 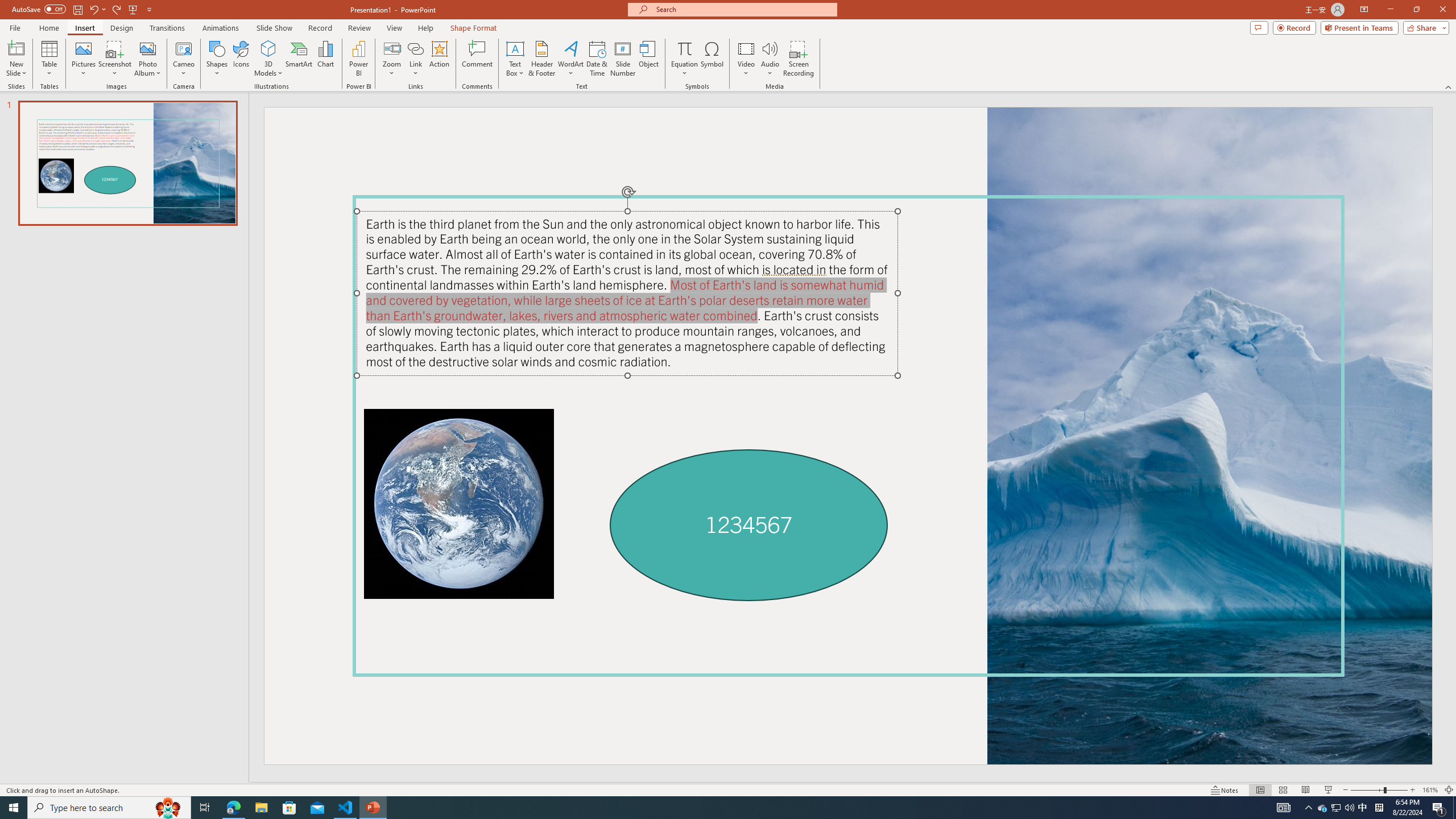 I want to click on 'Screen Recording...', so click(x=798, y=59).